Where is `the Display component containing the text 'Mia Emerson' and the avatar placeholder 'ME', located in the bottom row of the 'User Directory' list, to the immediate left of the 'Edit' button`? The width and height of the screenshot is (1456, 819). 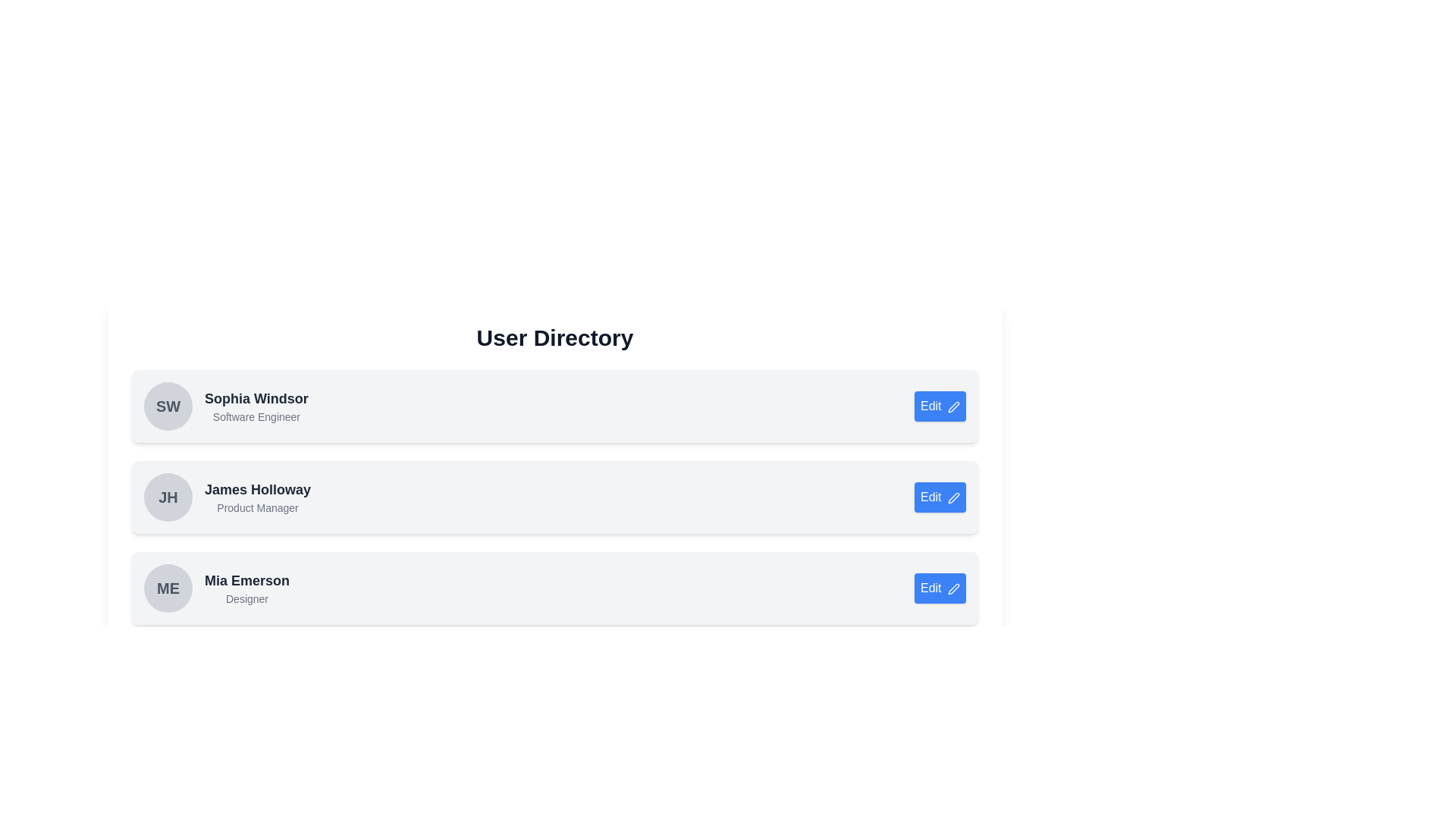 the Display component containing the text 'Mia Emerson' and the avatar placeholder 'ME', located in the bottom row of the 'User Directory' list, to the immediate left of the 'Edit' button is located at coordinates (216, 587).